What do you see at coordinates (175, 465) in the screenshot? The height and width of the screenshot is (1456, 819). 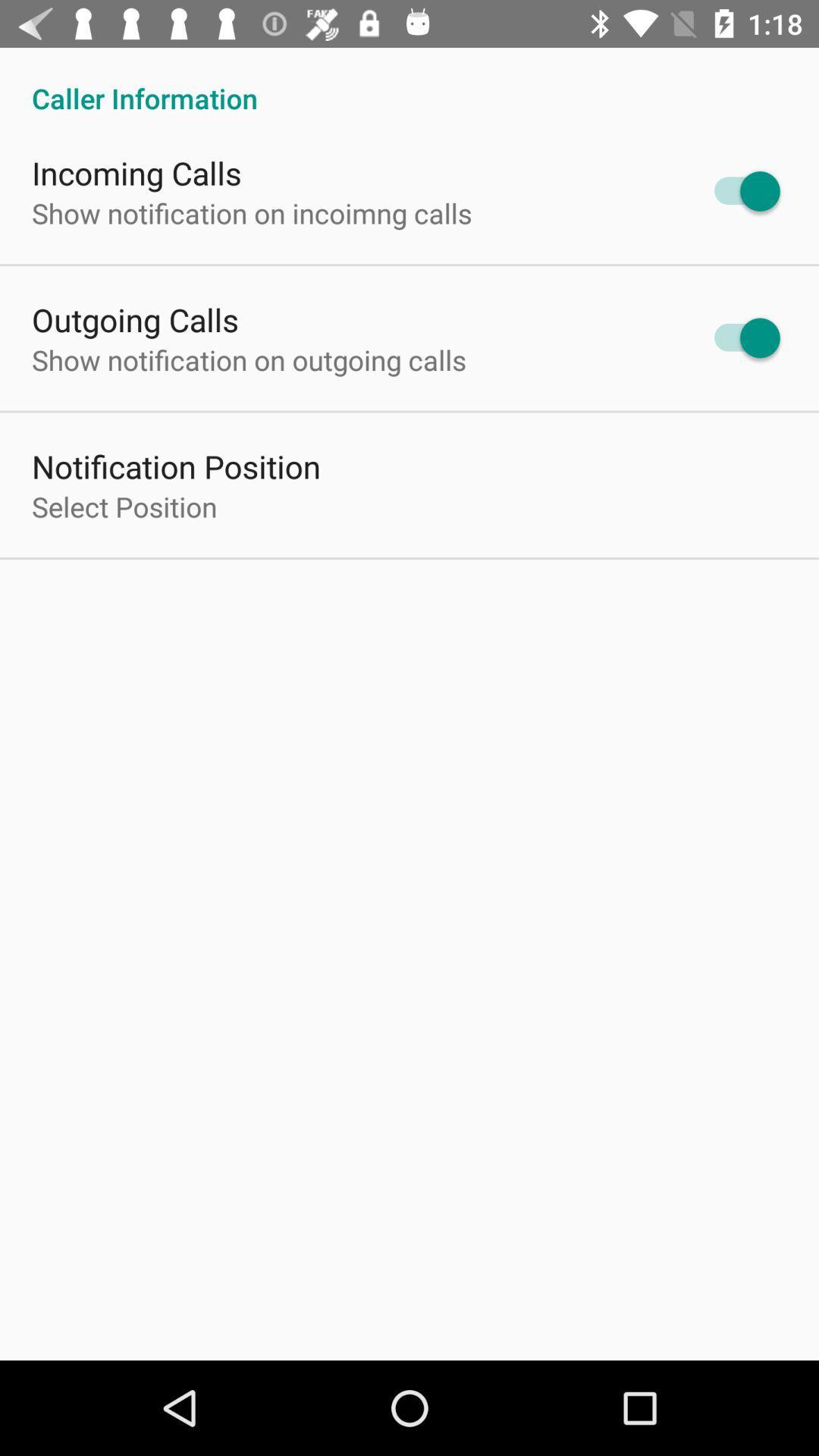 I see `notification position` at bounding box center [175, 465].